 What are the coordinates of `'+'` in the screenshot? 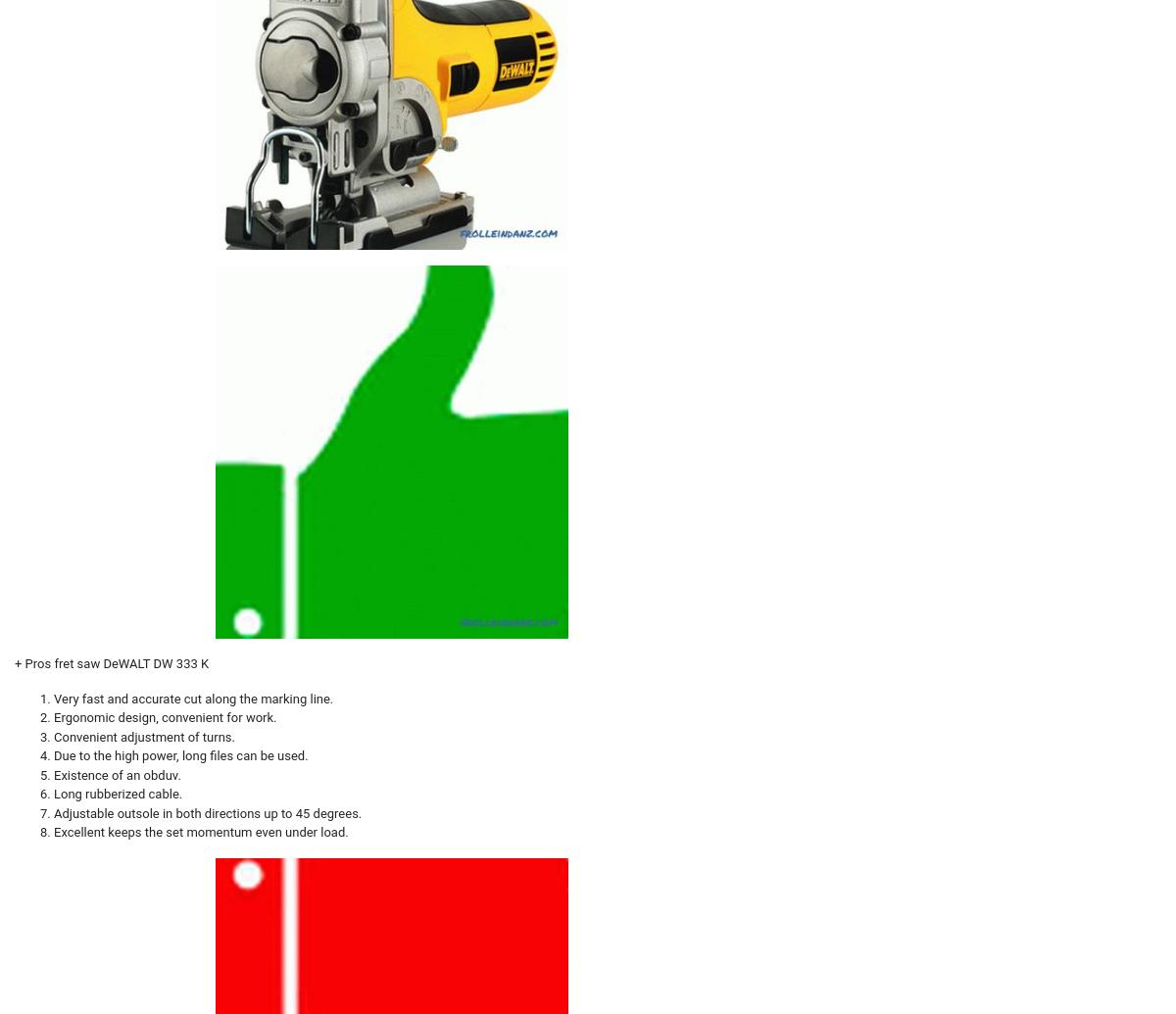 It's located at (20, 662).